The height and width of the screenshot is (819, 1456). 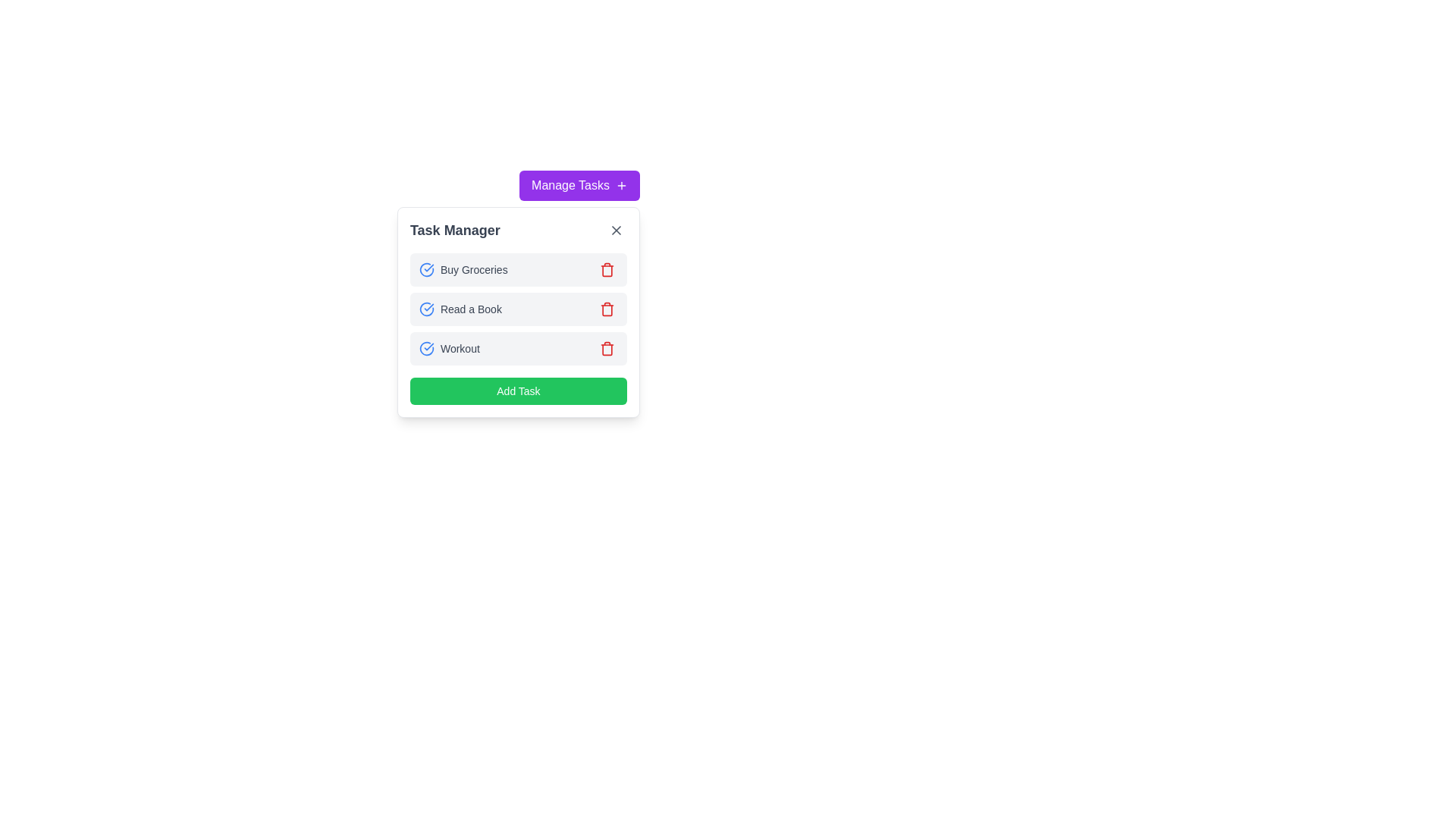 What do you see at coordinates (607, 348) in the screenshot?
I see `the delete button associated with the task named 'Workout'` at bounding box center [607, 348].